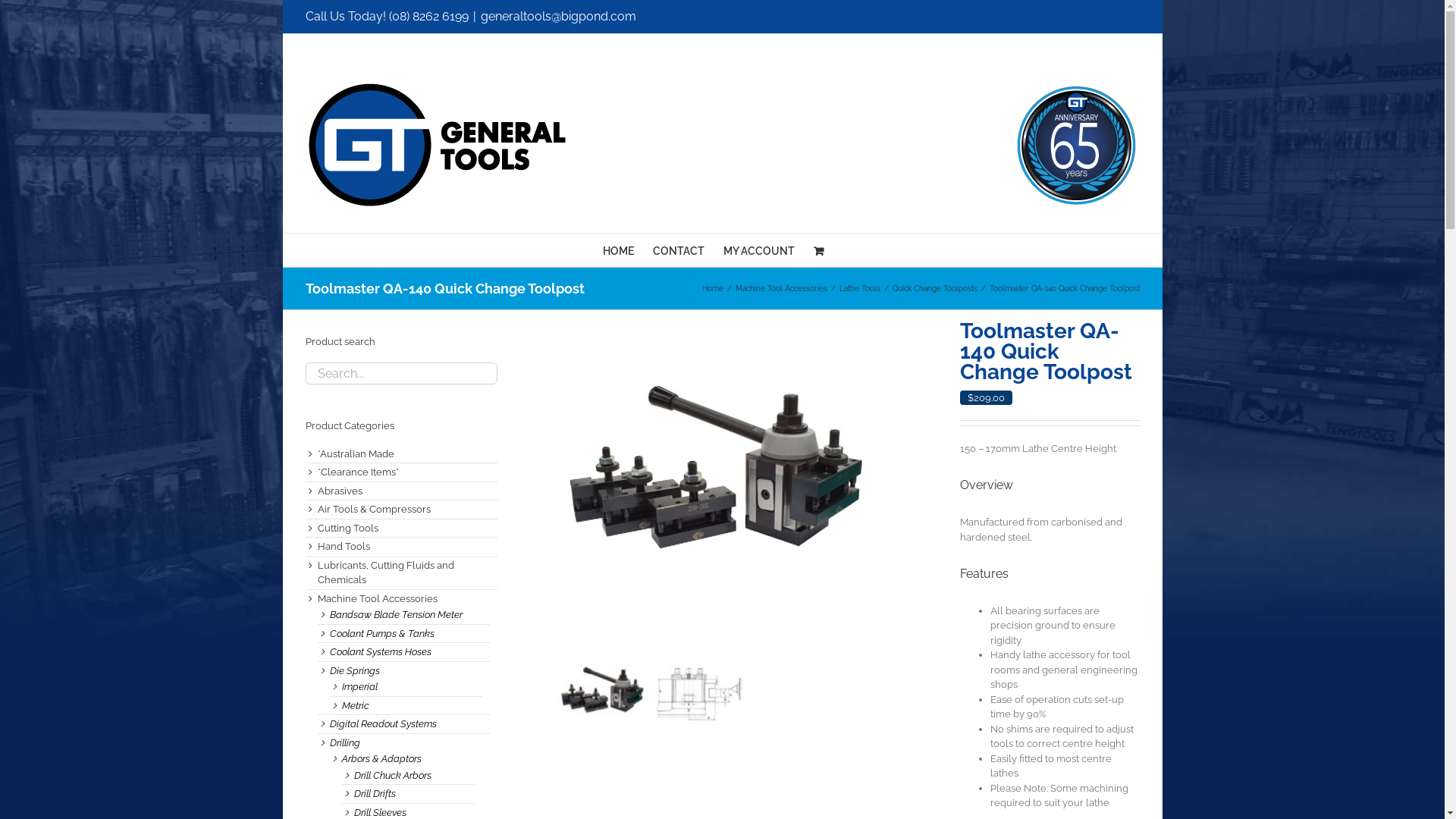 The width and height of the screenshot is (1456, 819). Describe the element at coordinates (374, 792) in the screenshot. I see `'Drill Drifts'` at that location.